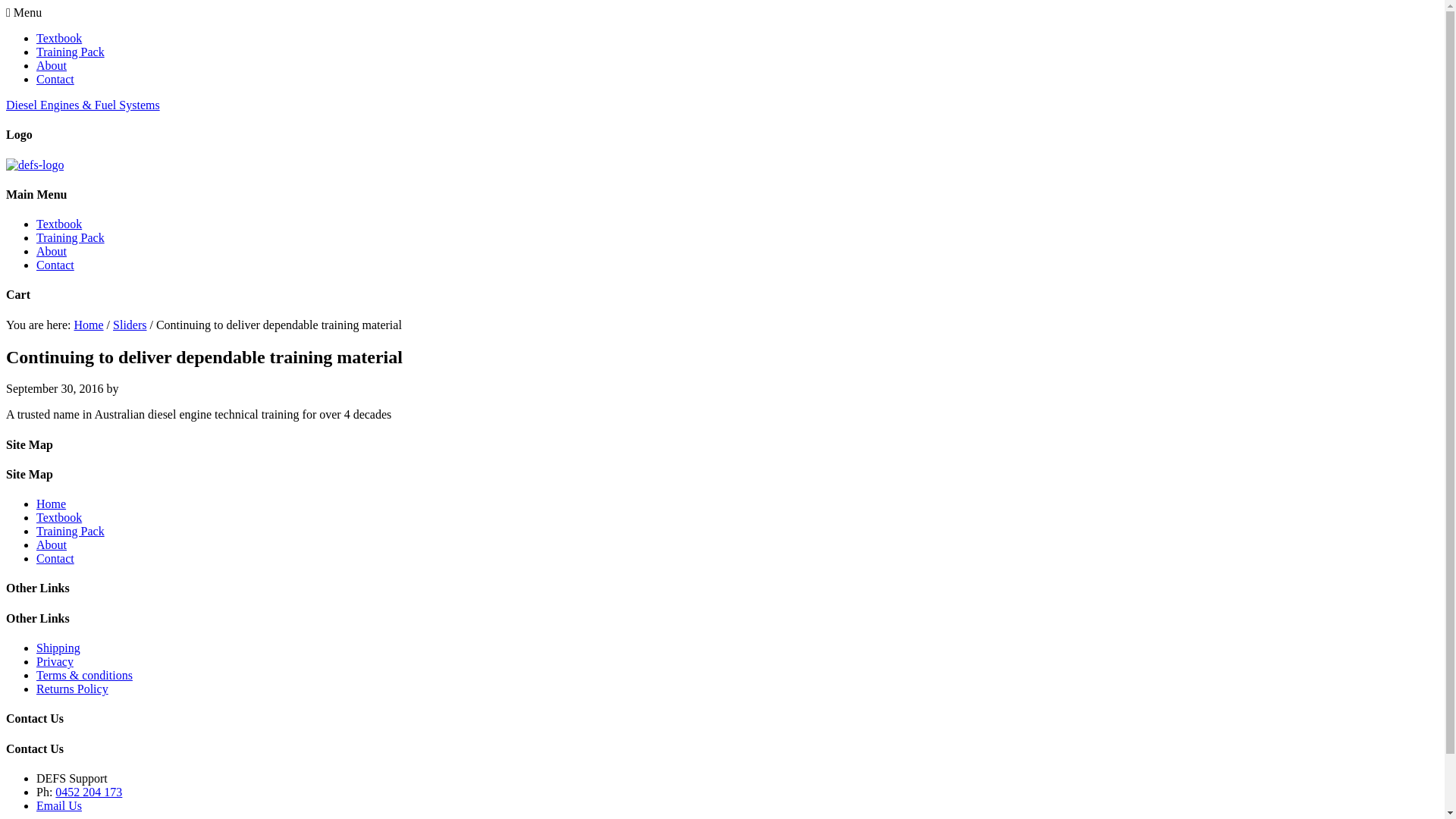 The width and height of the screenshot is (1456, 819). Describe the element at coordinates (36, 224) in the screenshot. I see `'Textbook'` at that location.